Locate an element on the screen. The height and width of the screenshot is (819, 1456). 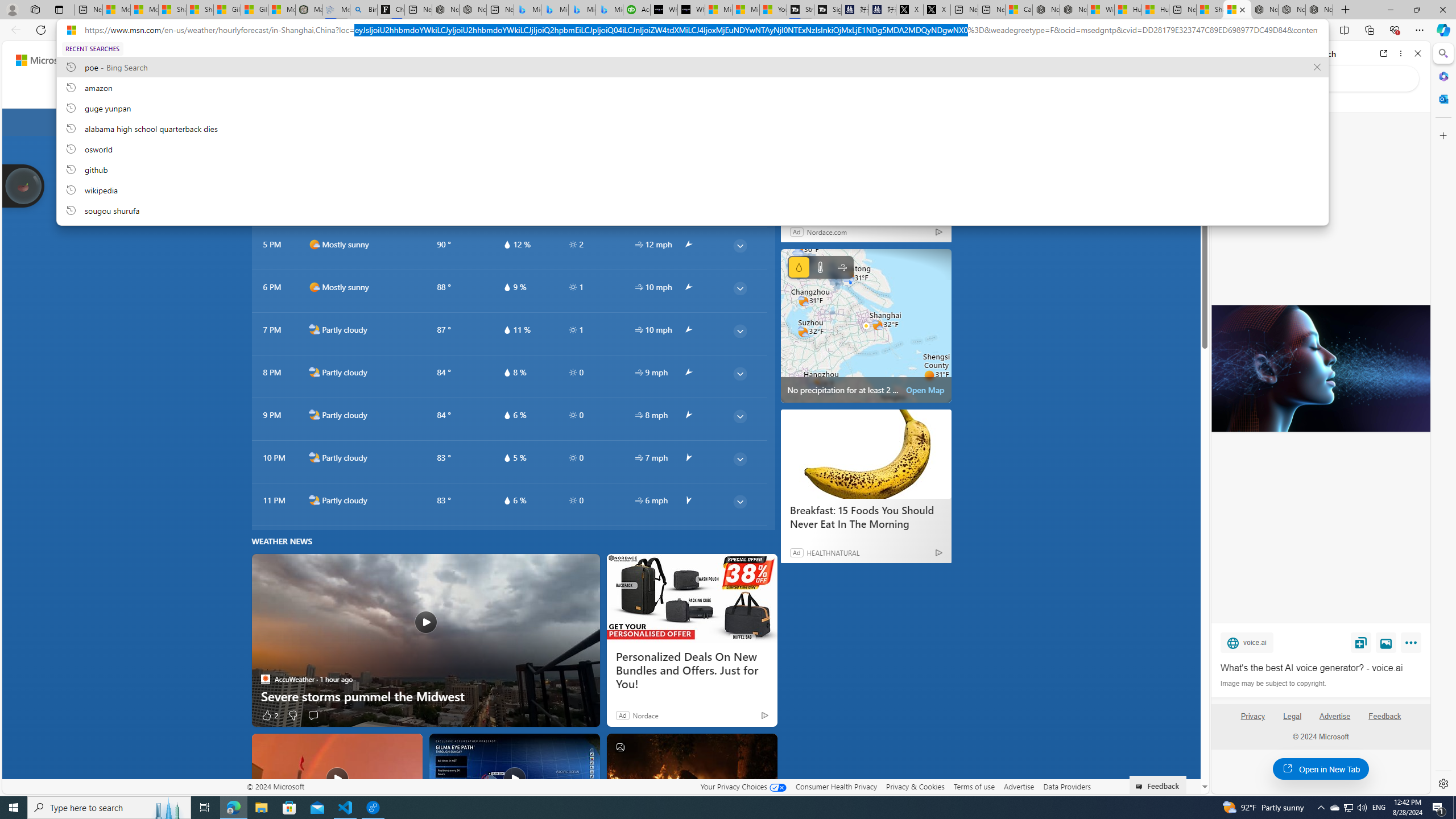
'Customize' is located at coordinates (1442, 135).